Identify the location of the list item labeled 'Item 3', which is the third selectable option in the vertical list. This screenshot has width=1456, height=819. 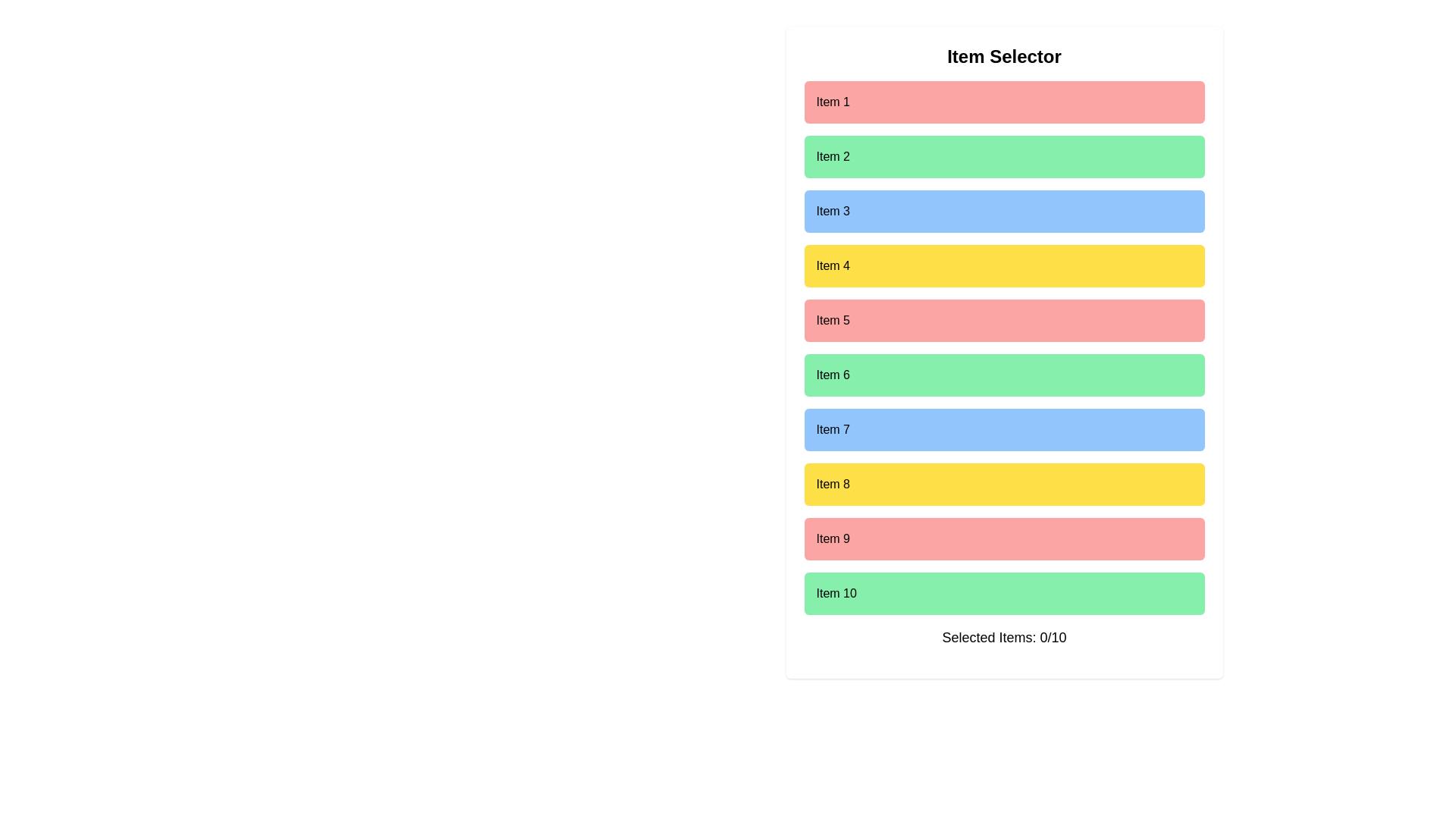
(1004, 211).